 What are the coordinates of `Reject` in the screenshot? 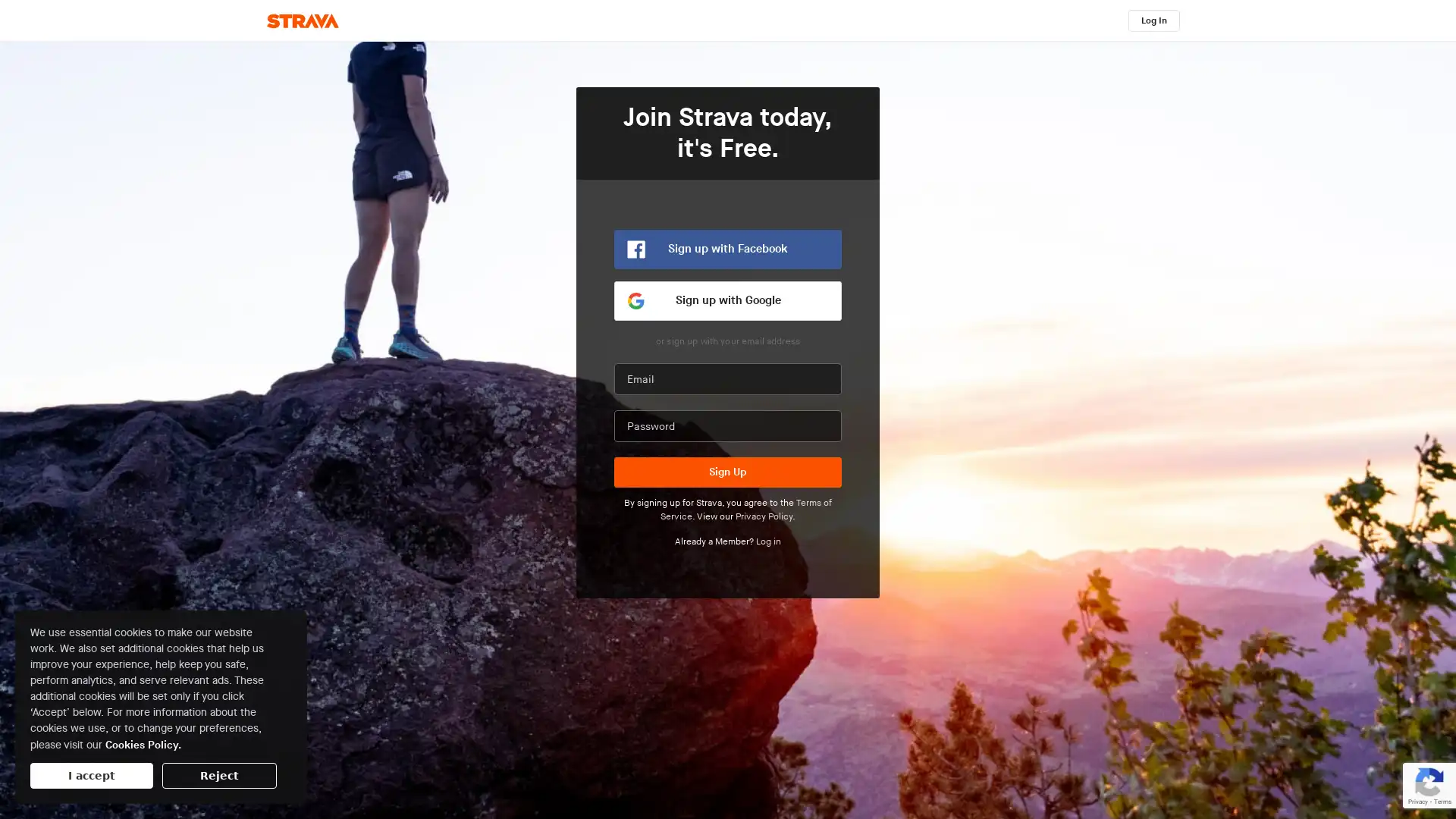 It's located at (218, 775).